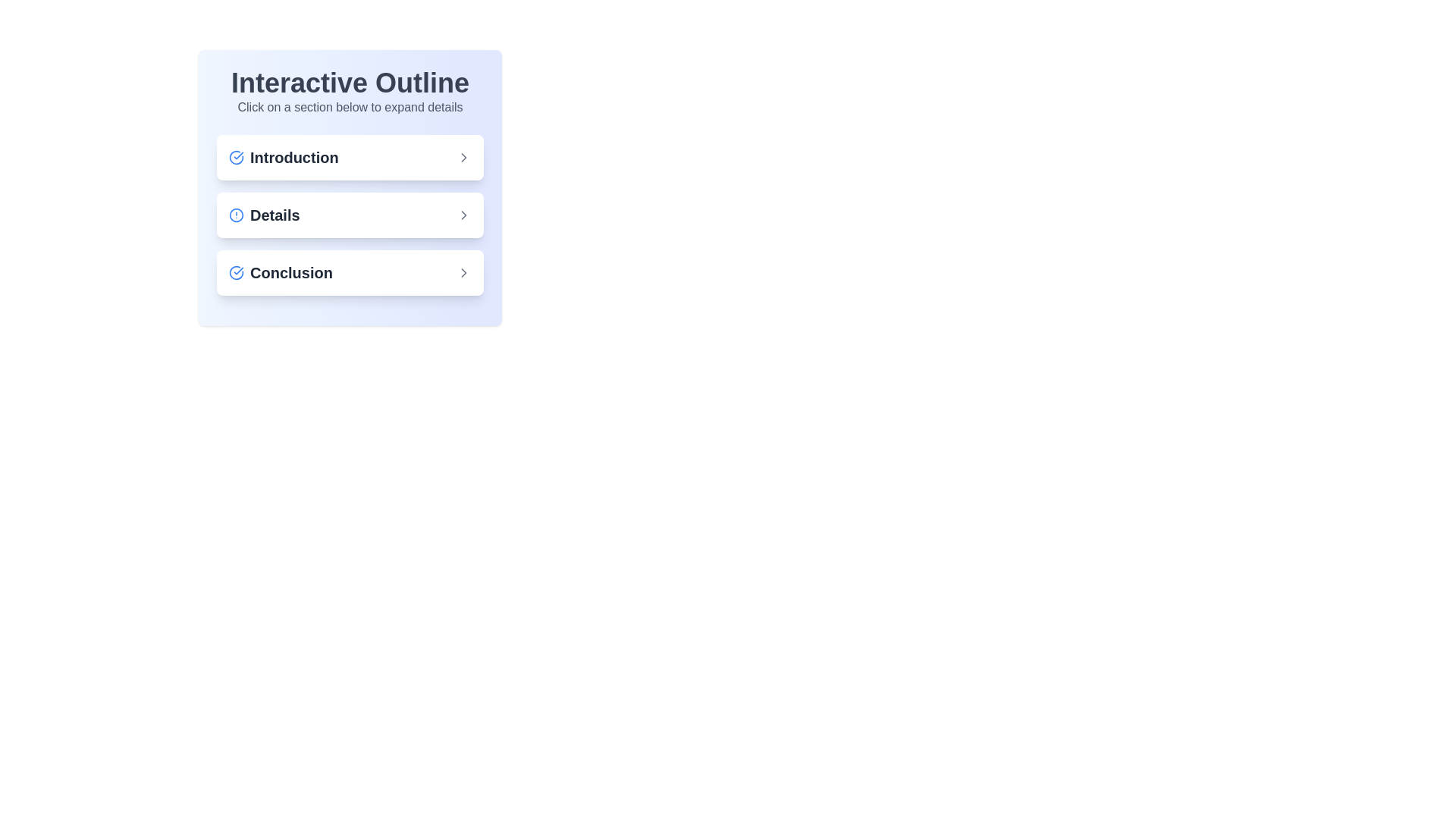 This screenshot has width=1456, height=819. What do you see at coordinates (236, 271) in the screenshot?
I see `the blue check mark icon located to the left of the 'Conclusion' text in the horizontal layout` at bounding box center [236, 271].